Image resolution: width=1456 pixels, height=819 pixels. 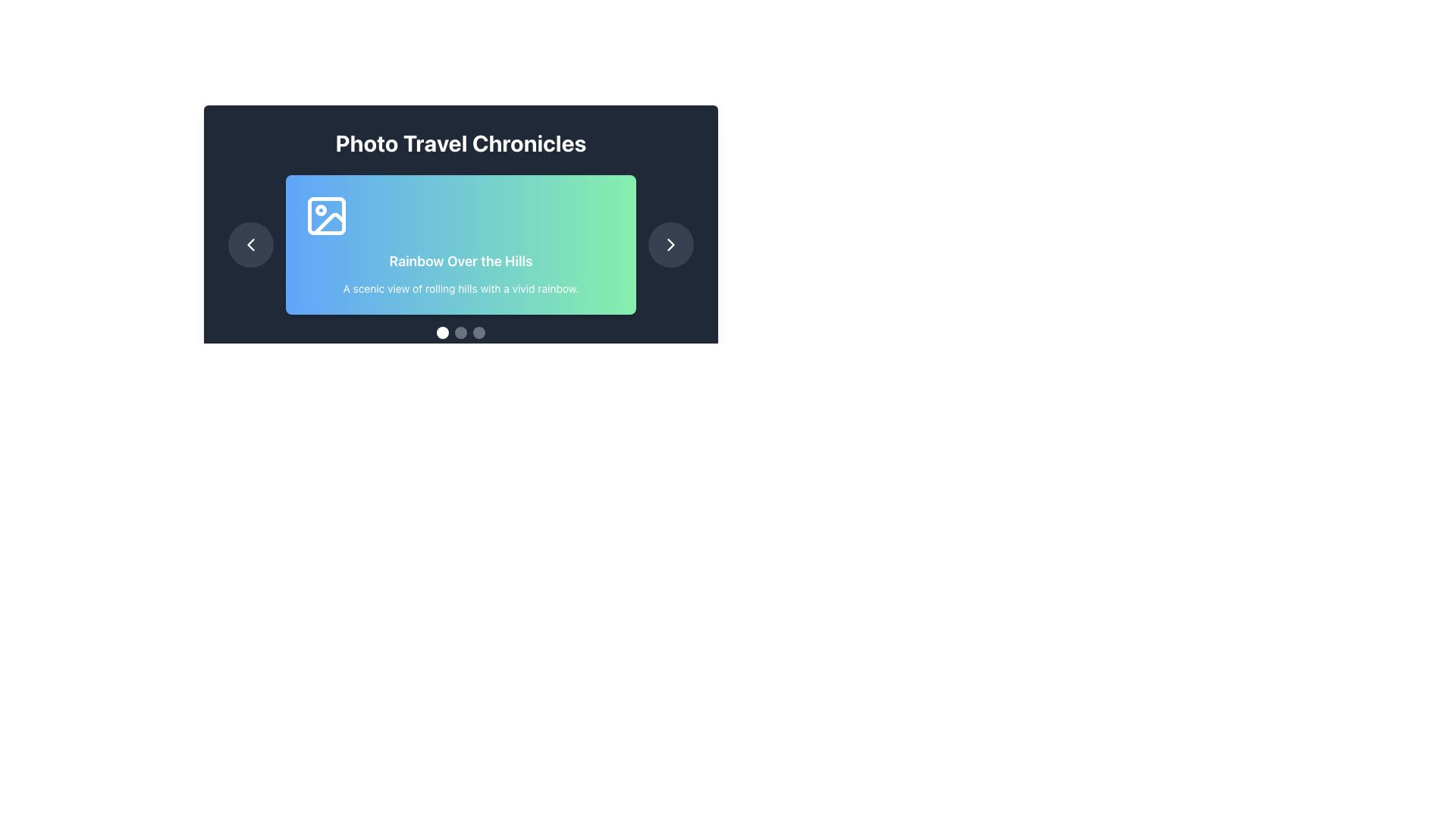 I want to click on the first Carousel Indicator, so click(x=442, y=332).